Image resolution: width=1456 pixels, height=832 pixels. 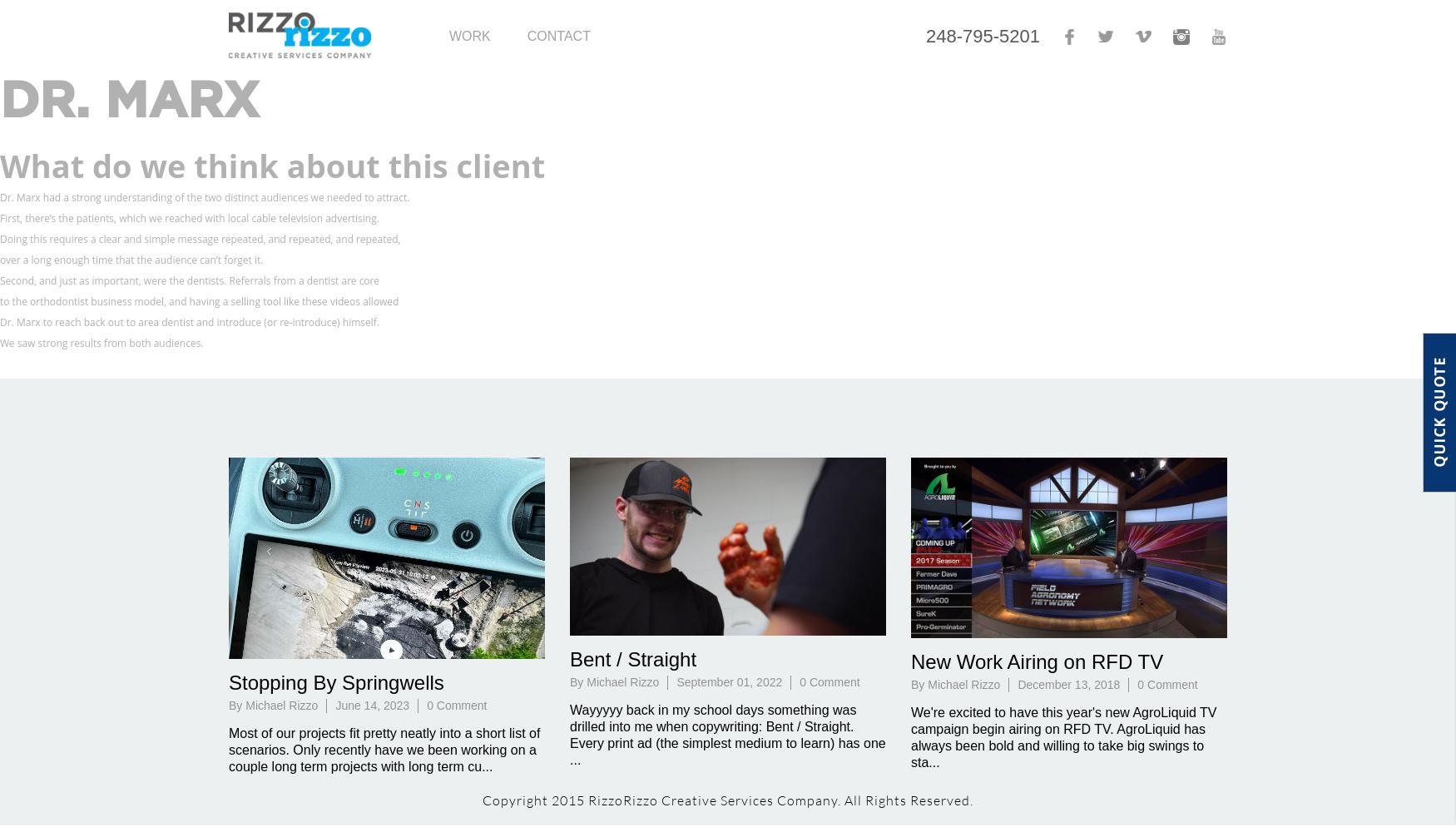 What do you see at coordinates (334, 705) in the screenshot?
I see `'June 14, 2023'` at bounding box center [334, 705].